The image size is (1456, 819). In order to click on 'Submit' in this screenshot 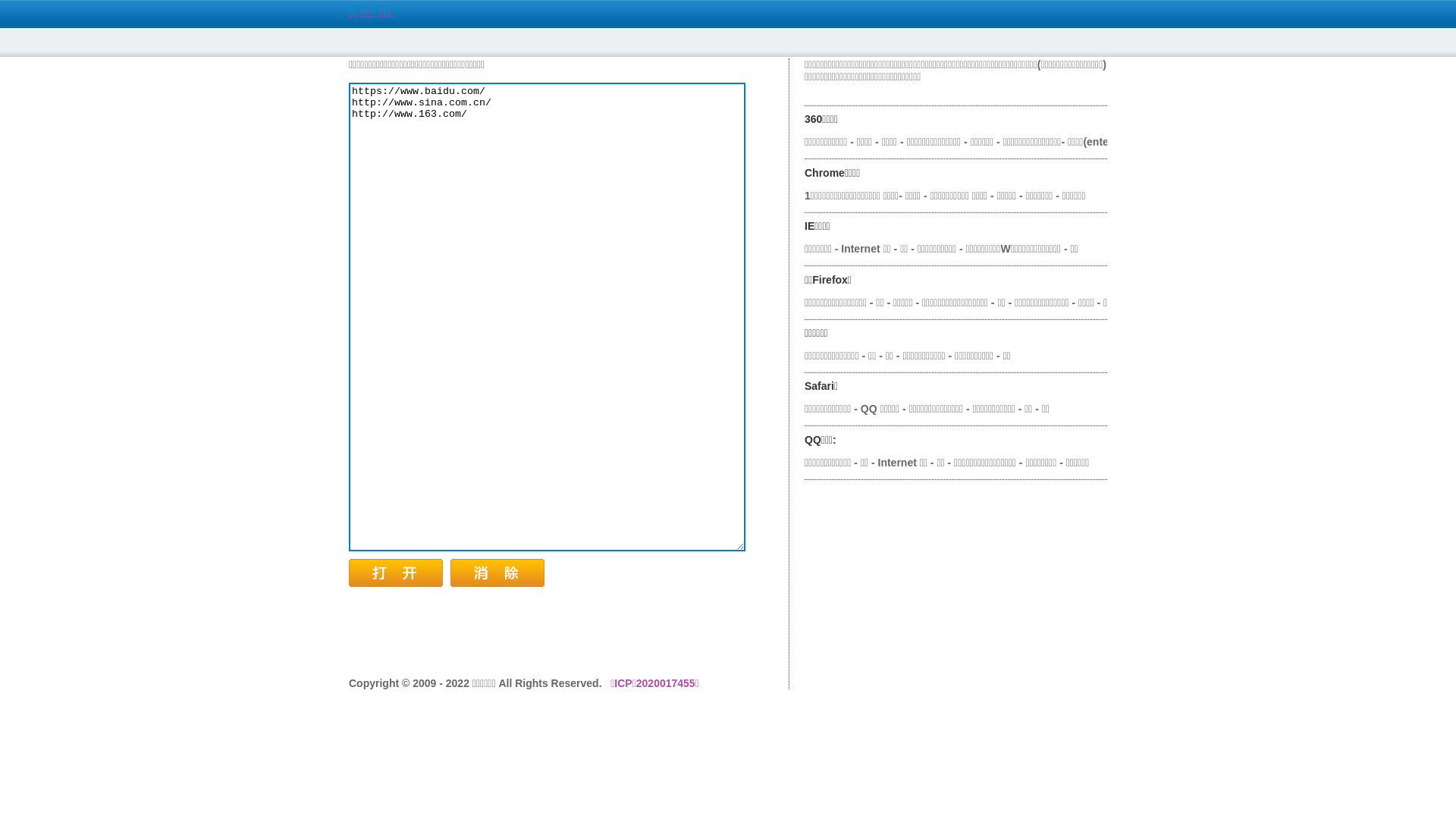, I will do `click(396, 573)`.